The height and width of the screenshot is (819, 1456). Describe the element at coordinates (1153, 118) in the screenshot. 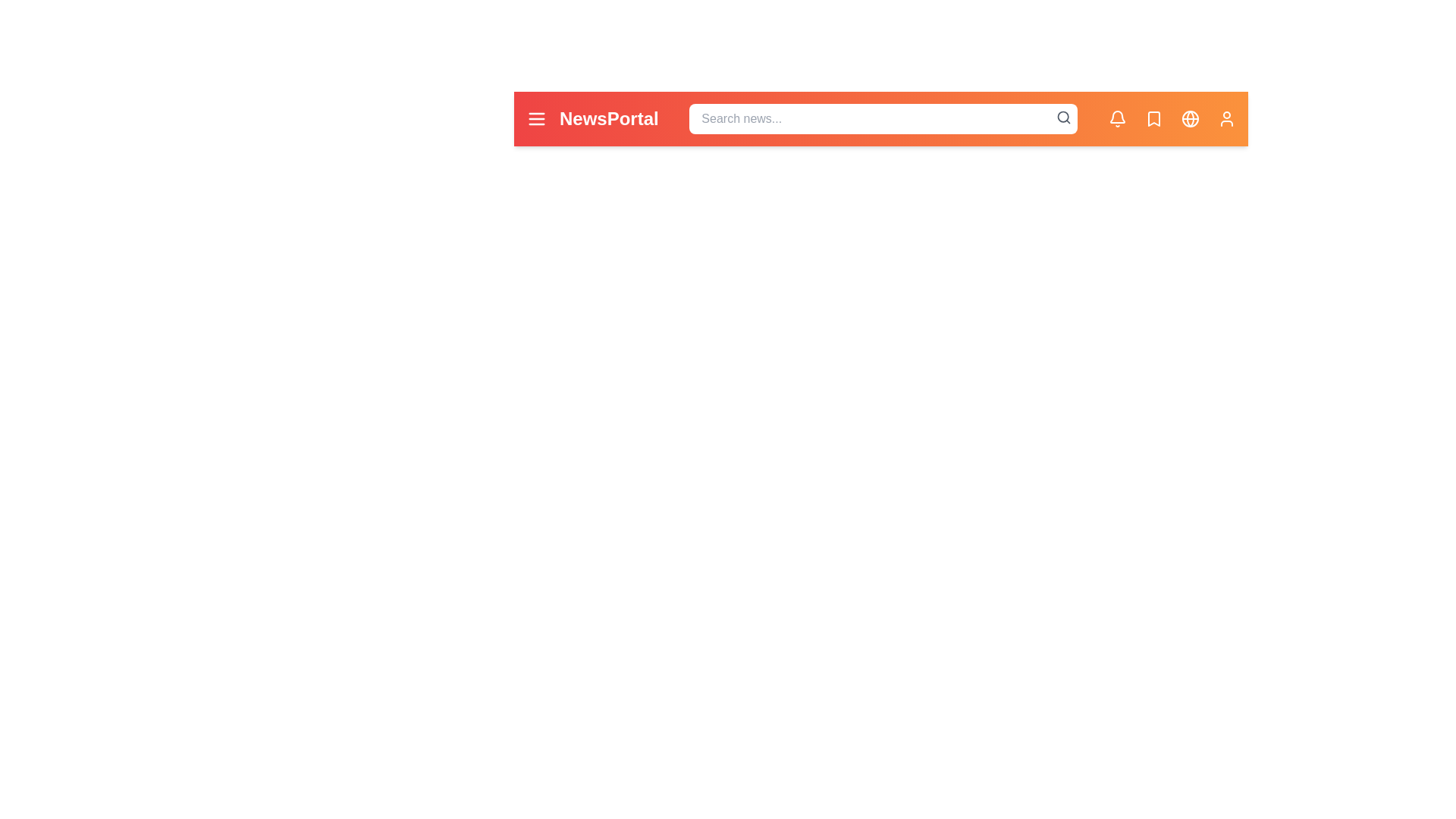

I see `the bookmark icon to view bookmarks` at that location.